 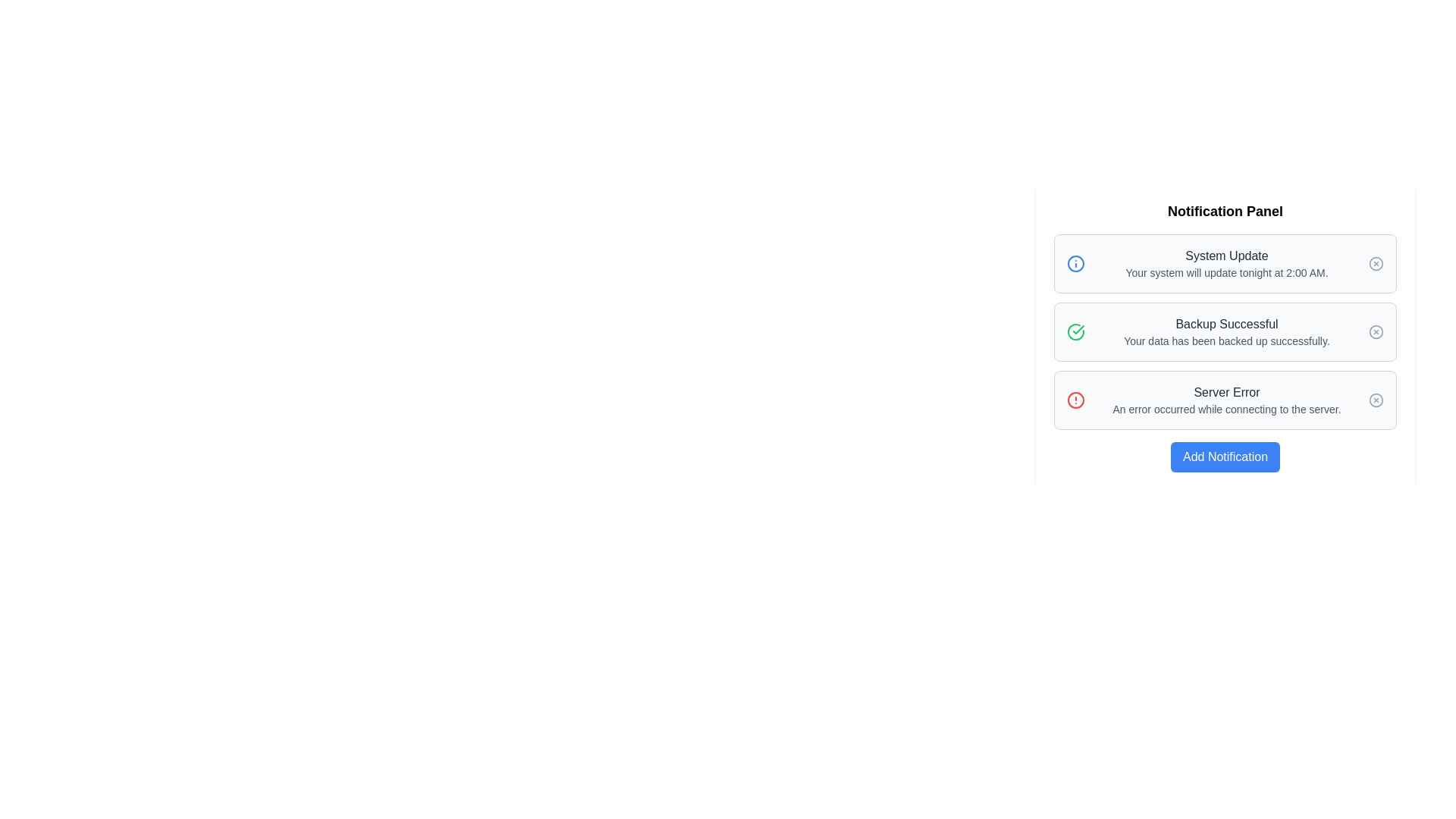 I want to click on the center of the circular close button with a gray outline and a cross inside, so click(x=1376, y=400).